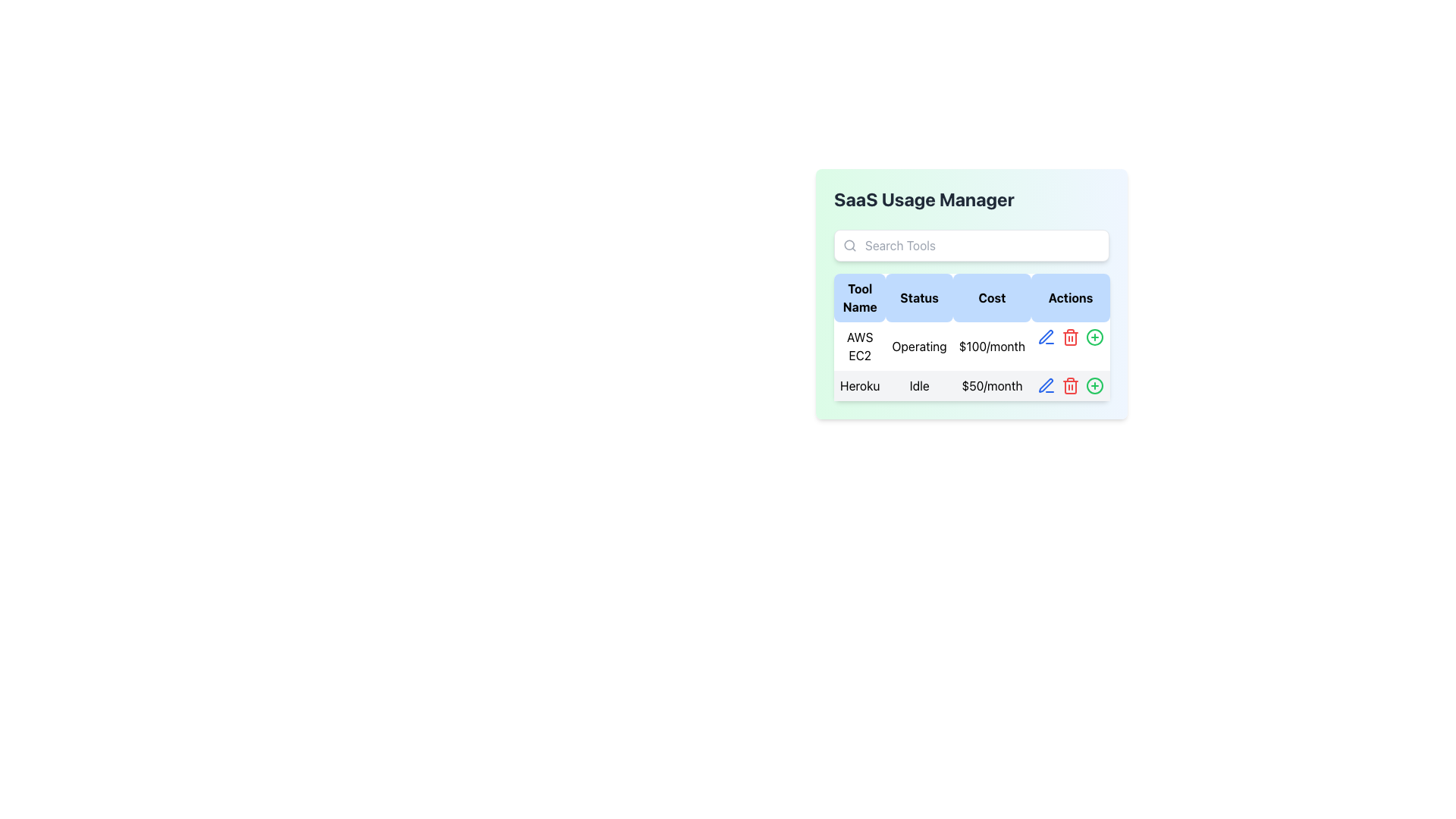 The width and height of the screenshot is (1456, 819). What do you see at coordinates (1095, 385) in the screenshot?
I see `the SVG Circle element with a green outline surrounding the plus symbol icon, located at the top-right corner of the 'Actions' column in the 'AWS EC2' table row` at bounding box center [1095, 385].